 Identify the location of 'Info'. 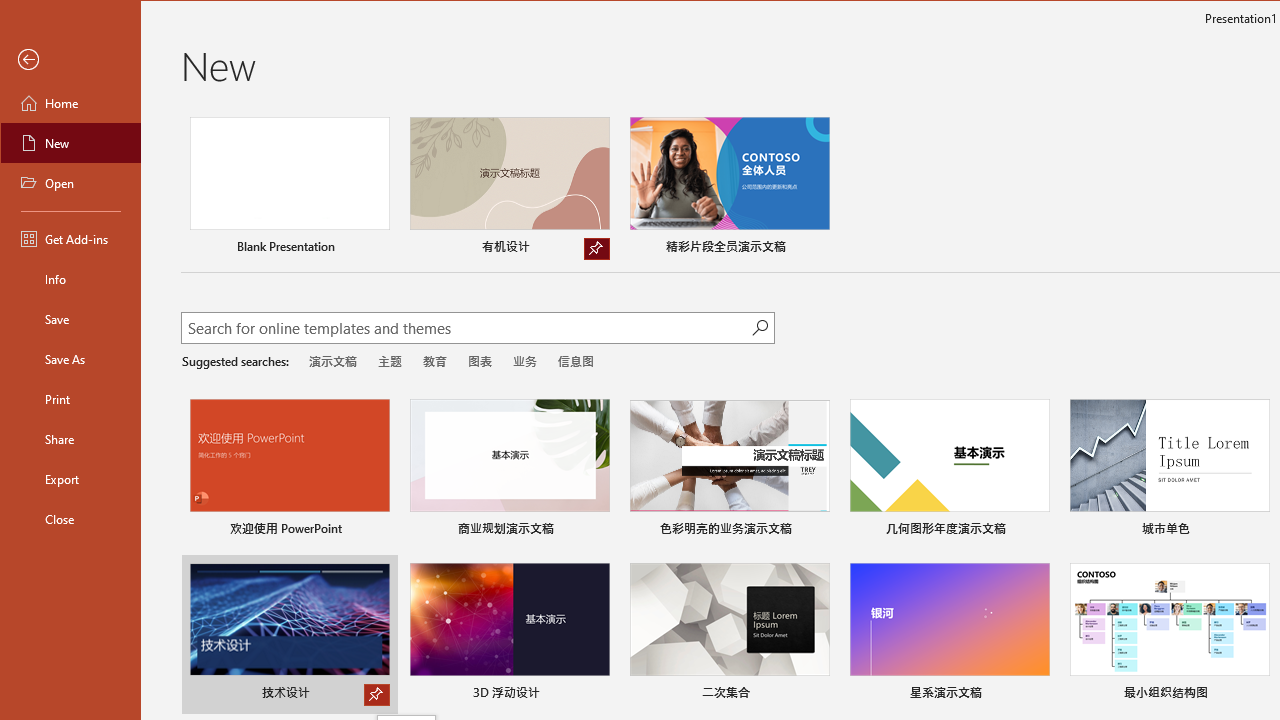
(71, 279).